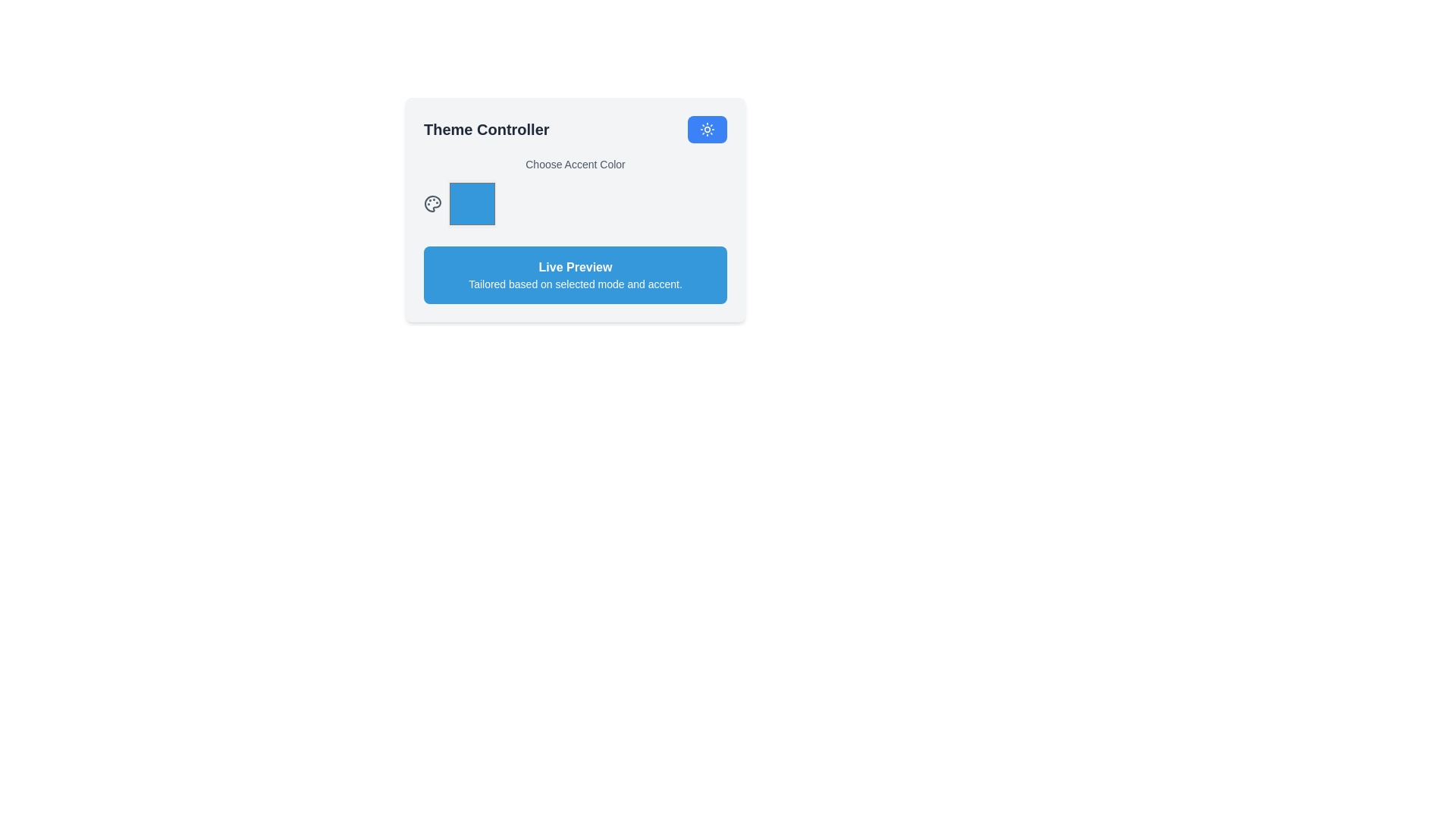  Describe the element at coordinates (574, 275) in the screenshot. I see `the informational box with a blue background containing the text 'Live Preview' and 'Tailored based on selected mode and accent.'` at that location.